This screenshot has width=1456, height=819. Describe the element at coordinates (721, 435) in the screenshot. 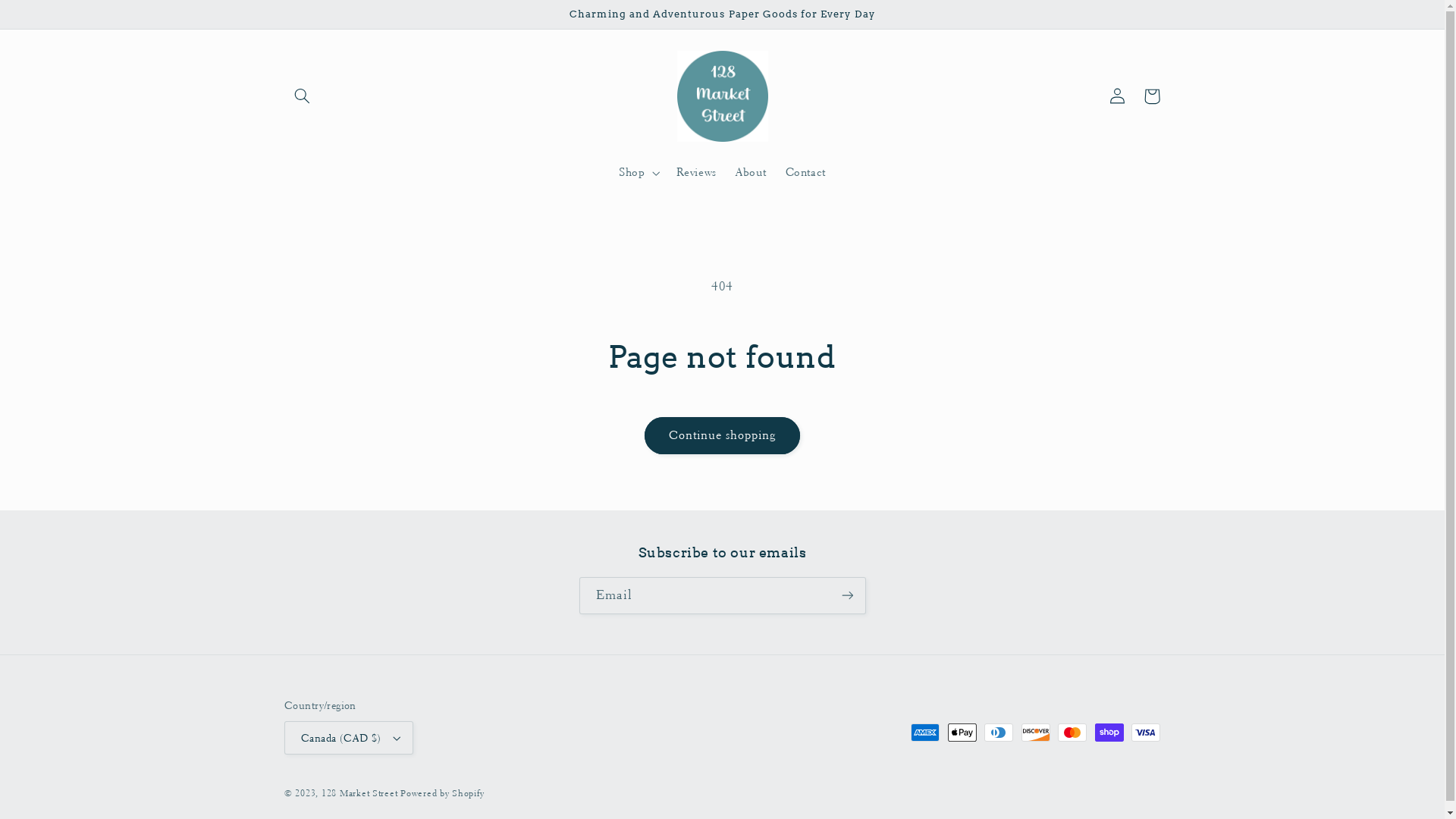

I see `'Continue shopping'` at that location.